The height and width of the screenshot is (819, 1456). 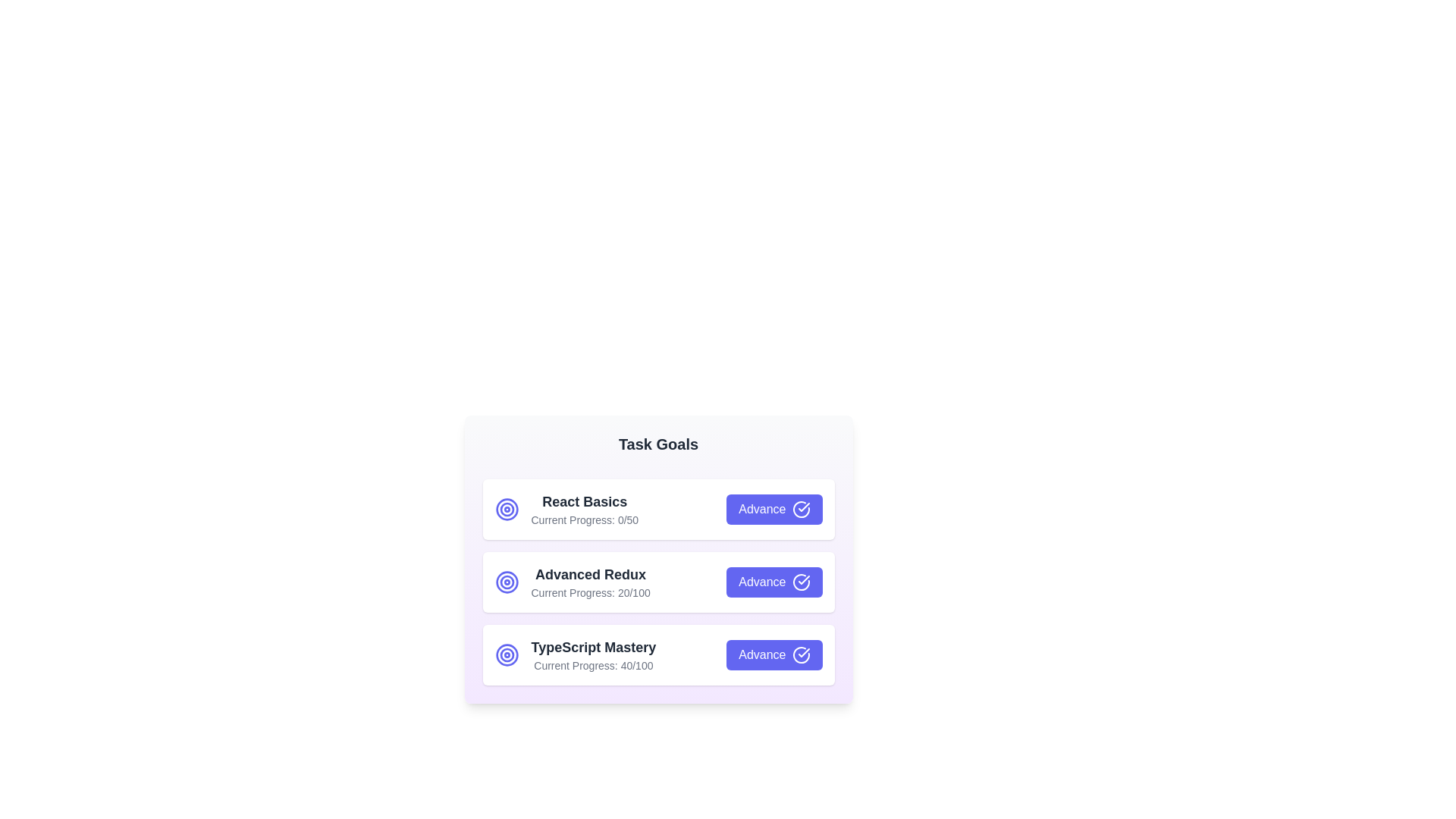 What do you see at coordinates (803, 651) in the screenshot?
I see `the decorative checkmark inside the 'Advance' button, which indicates confirmation or progress, located next to the text 'TypeScript Mastery' in the 'Task Goals' section` at bounding box center [803, 651].